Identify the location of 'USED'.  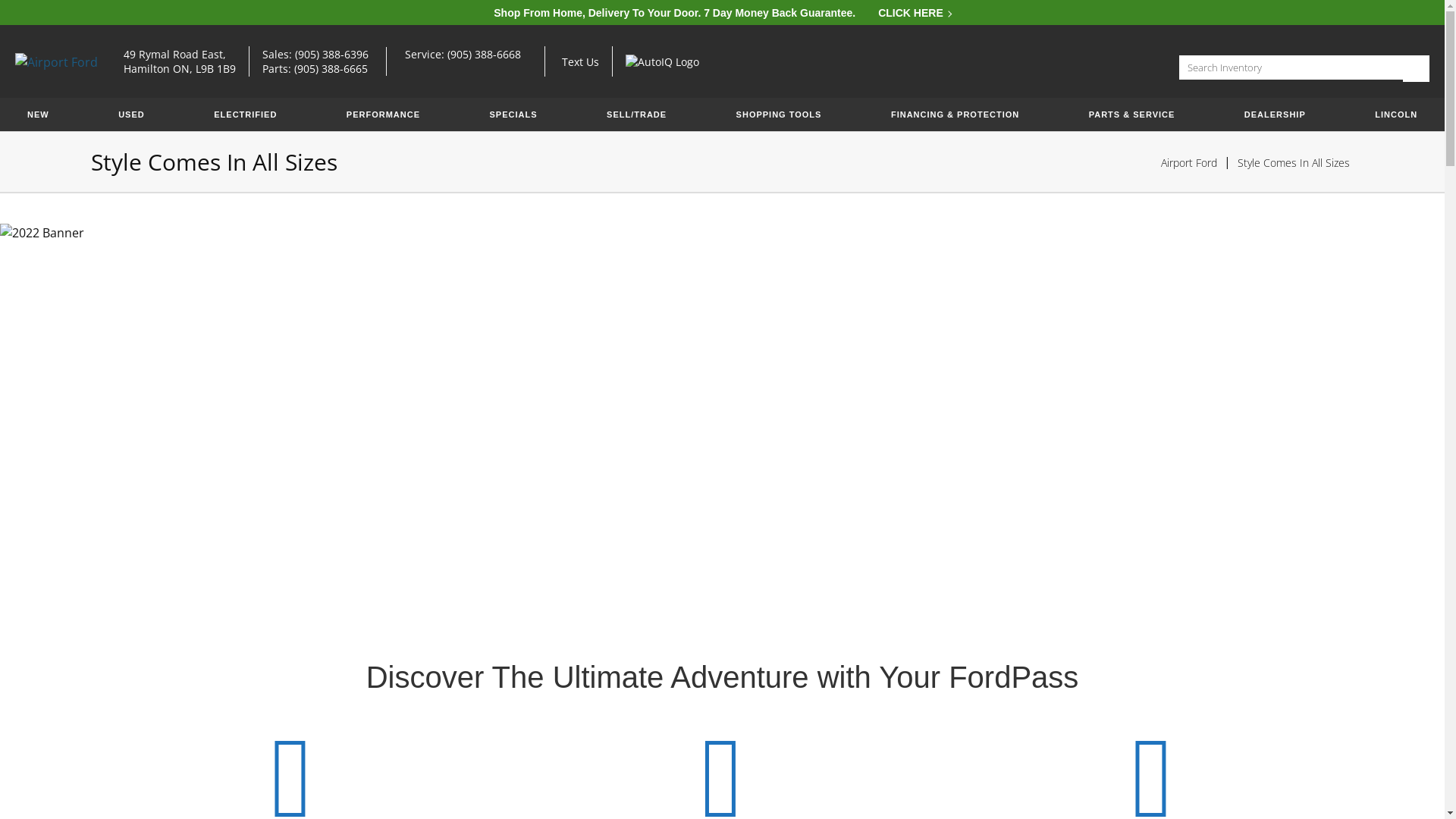
(131, 114).